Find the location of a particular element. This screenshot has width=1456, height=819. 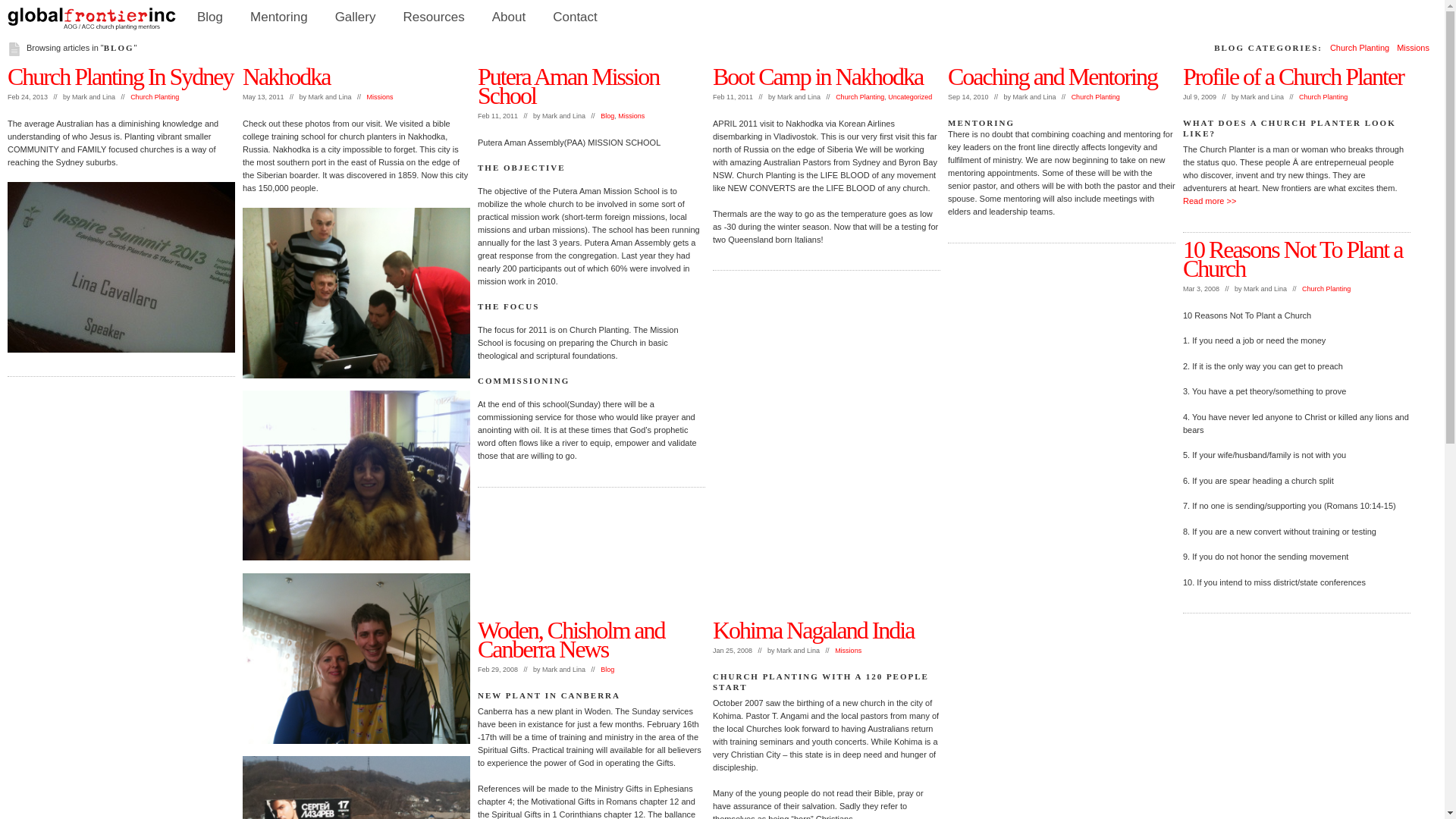

'Kohima Nagaland India' is located at coordinates (712, 629).